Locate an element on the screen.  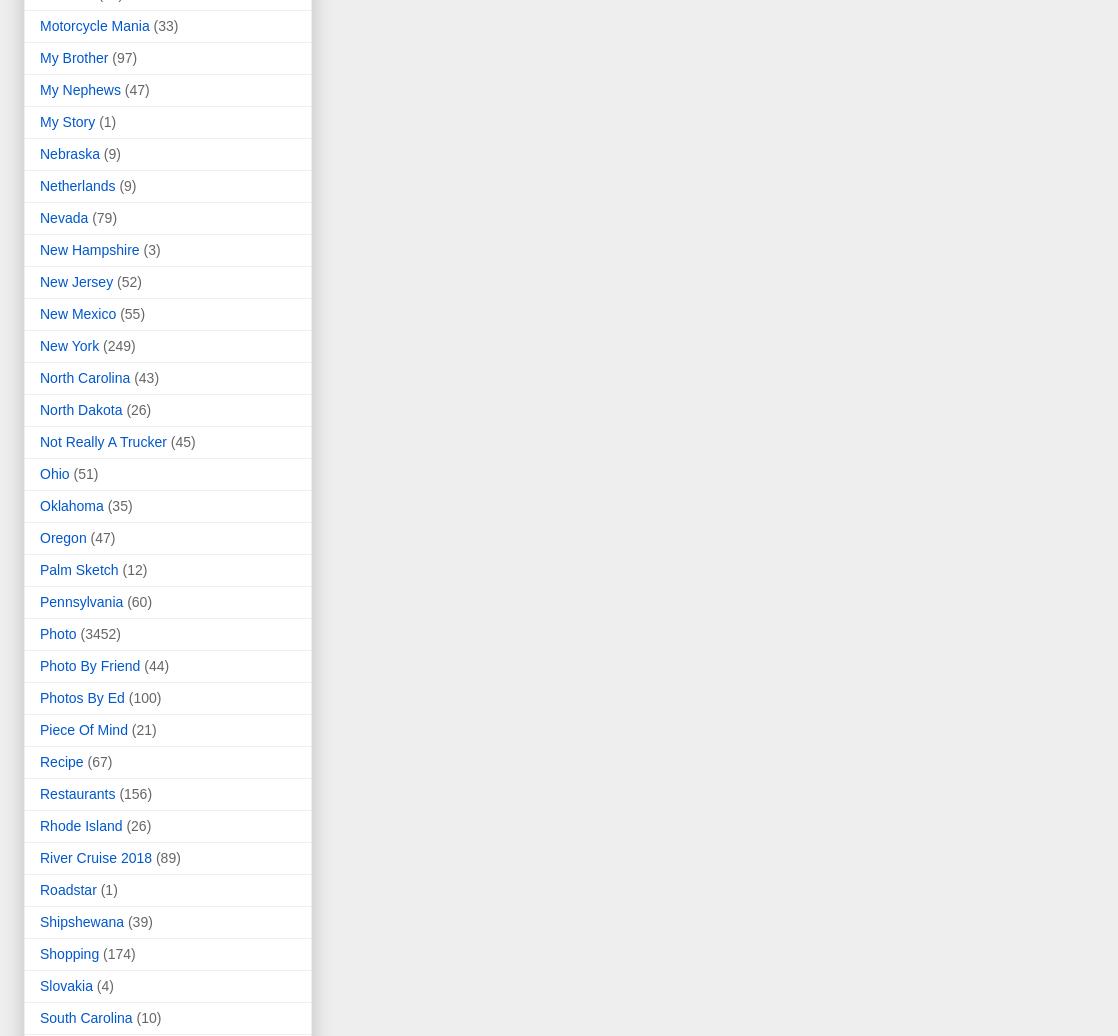
'(174)' is located at coordinates (118, 953).